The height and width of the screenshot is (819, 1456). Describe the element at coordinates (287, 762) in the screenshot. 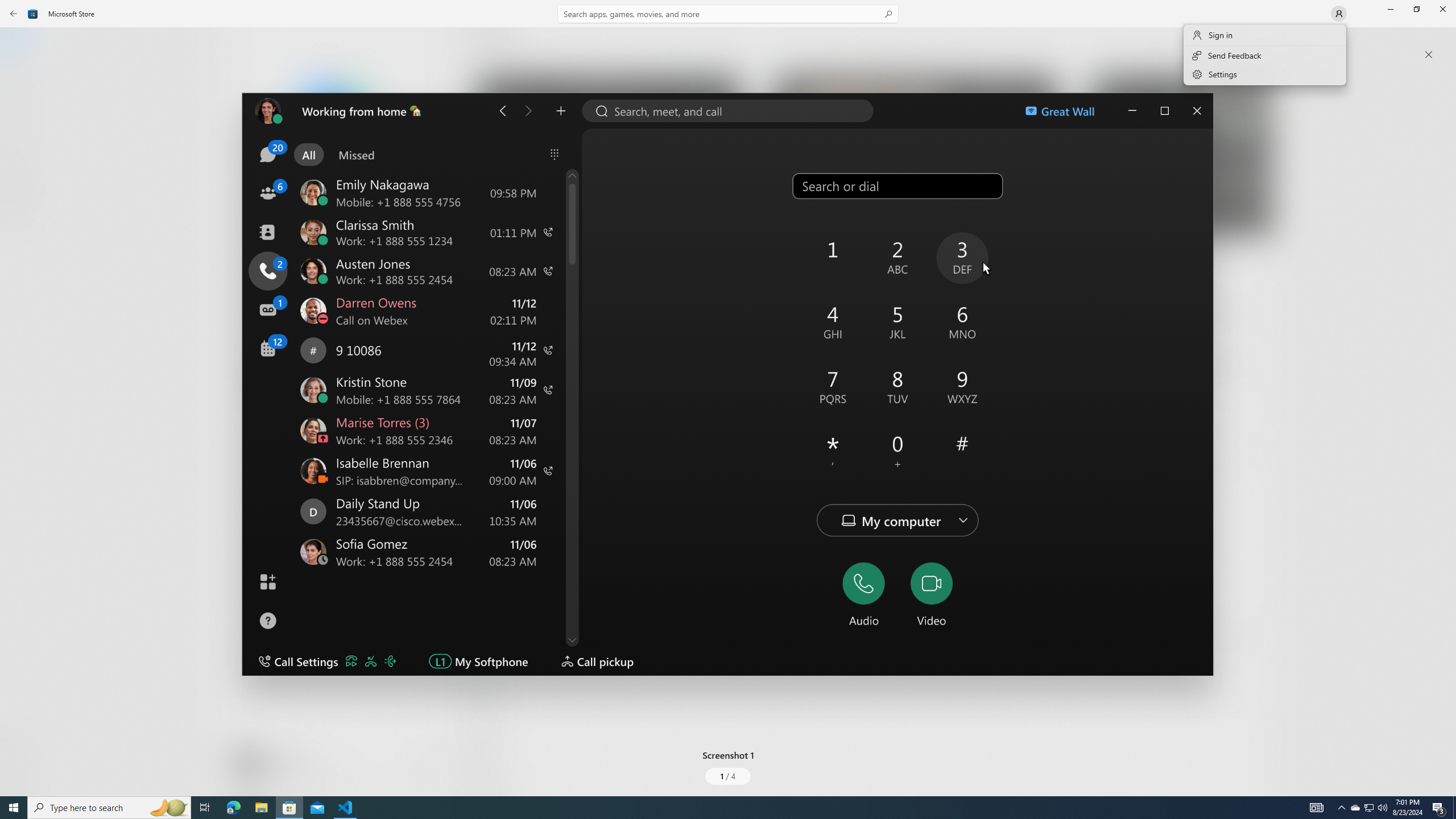

I see `'Age rating: EVERYONE. Click for more information.'` at that location.